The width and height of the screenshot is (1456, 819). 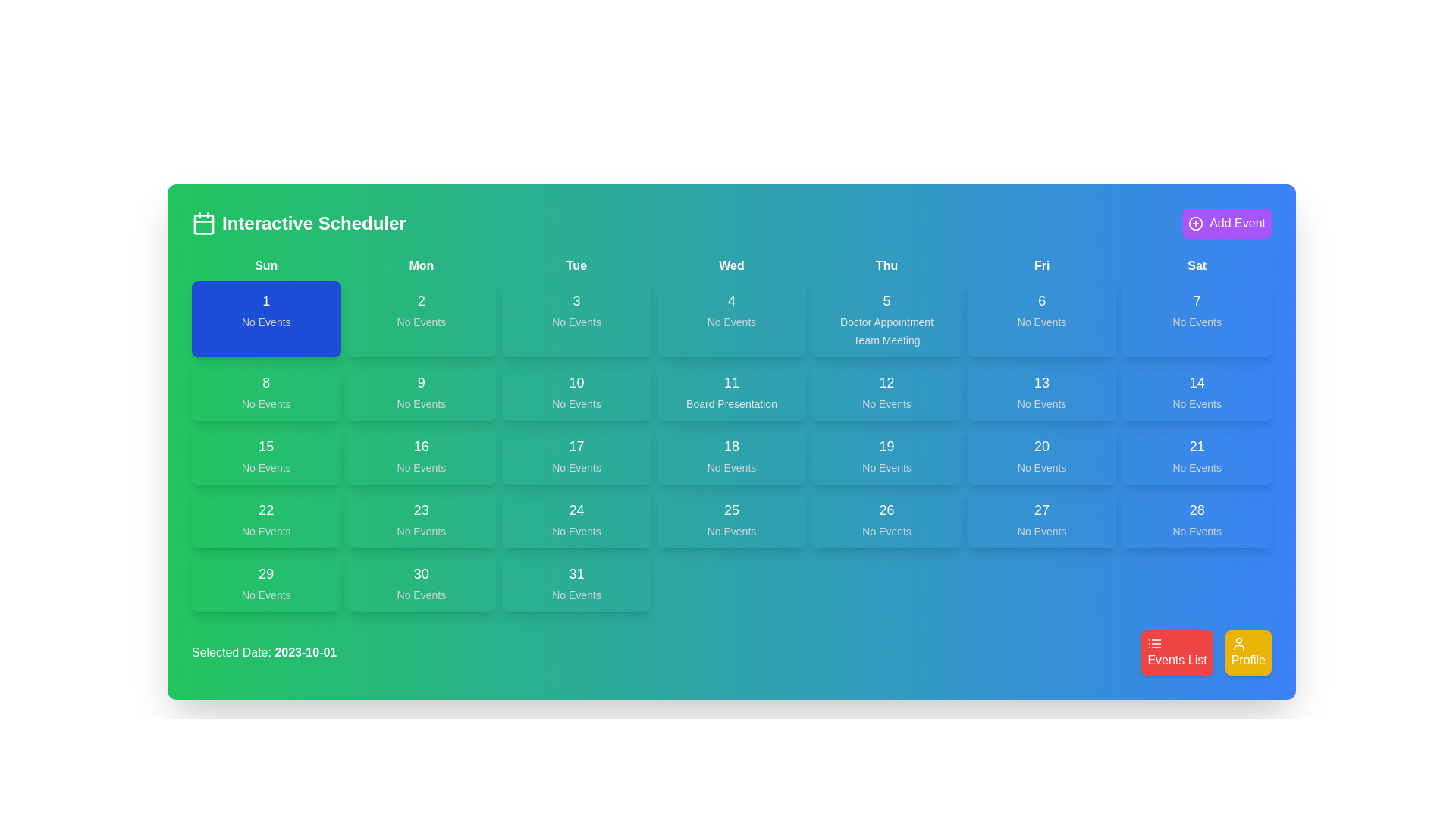 What do you see at coordinates (886, 403) in the screenshot?
I see `the text label 'No Events' located at the bottom of the card labeled '12' in the fourth column of the weekly calendar grid under the header 'Thu'` at bounding box center [886, 403].